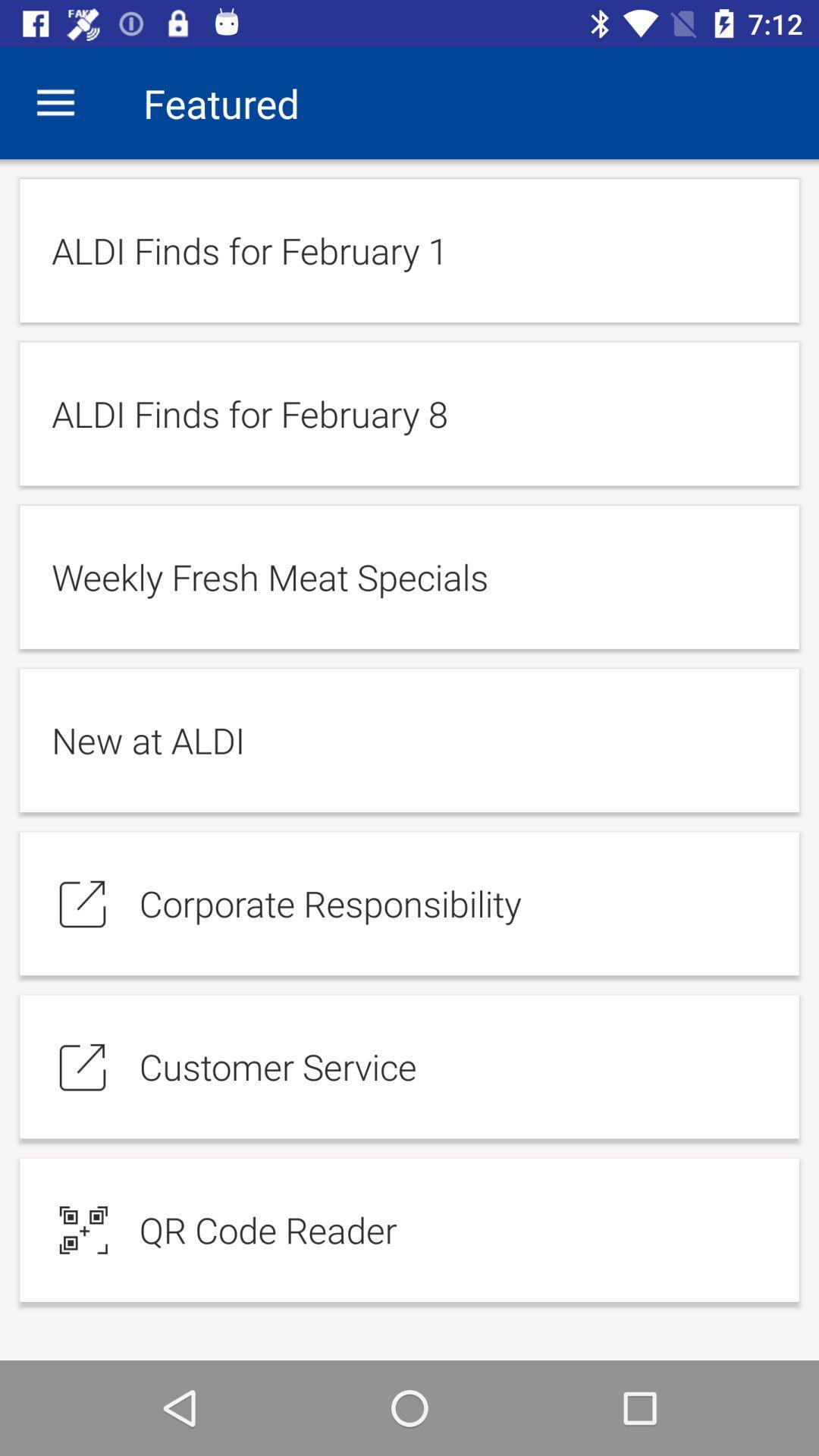 This screenshot has width=819, height=1456. Describe the element at coordinates (409, 250) in the screenshot. I see `the text below featured` at that location.